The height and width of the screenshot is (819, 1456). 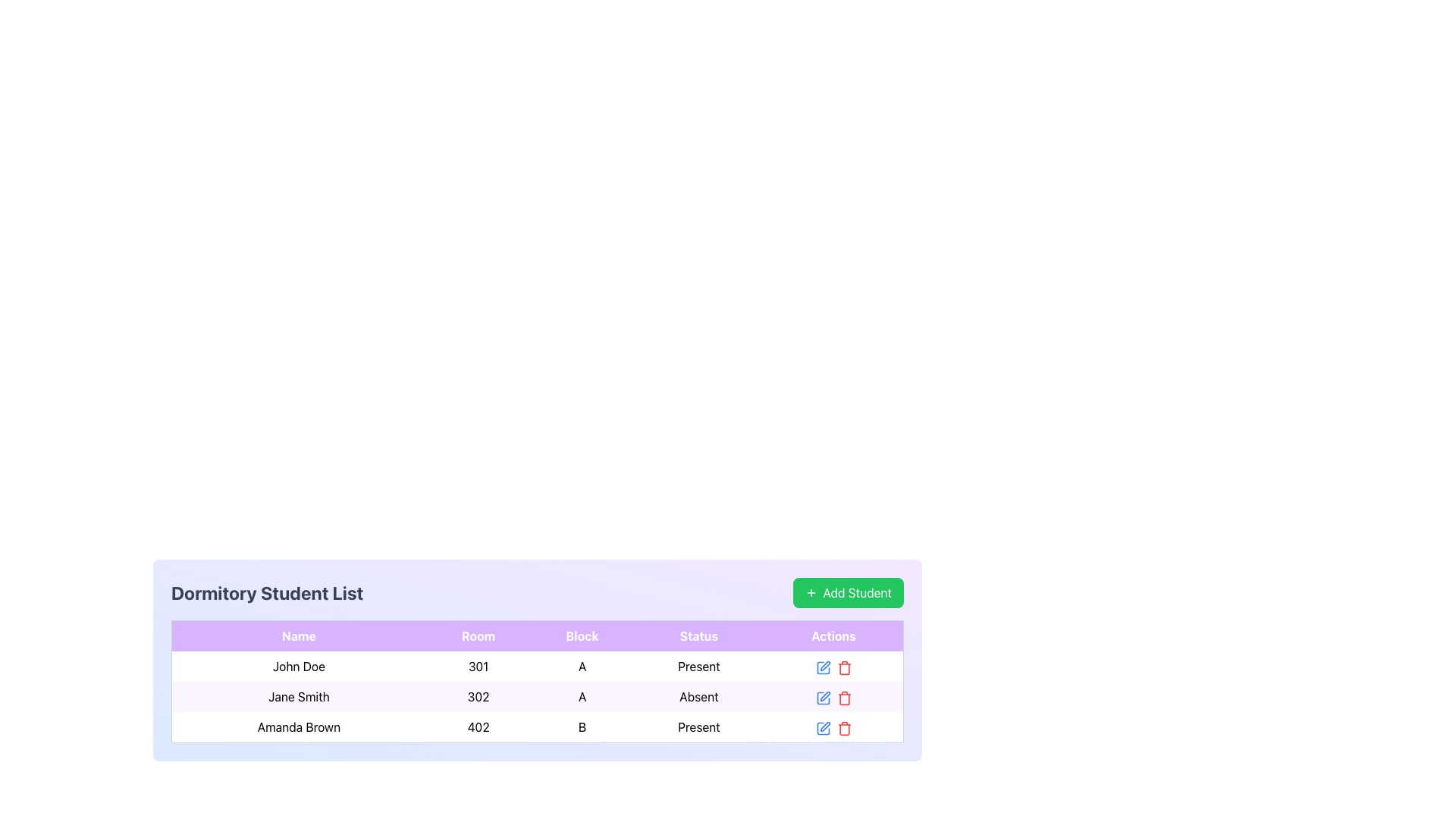 I want to click on the pen icon button in the 'Actions' column of the last row representing Amanda Brown, so click(x=822, y=727).